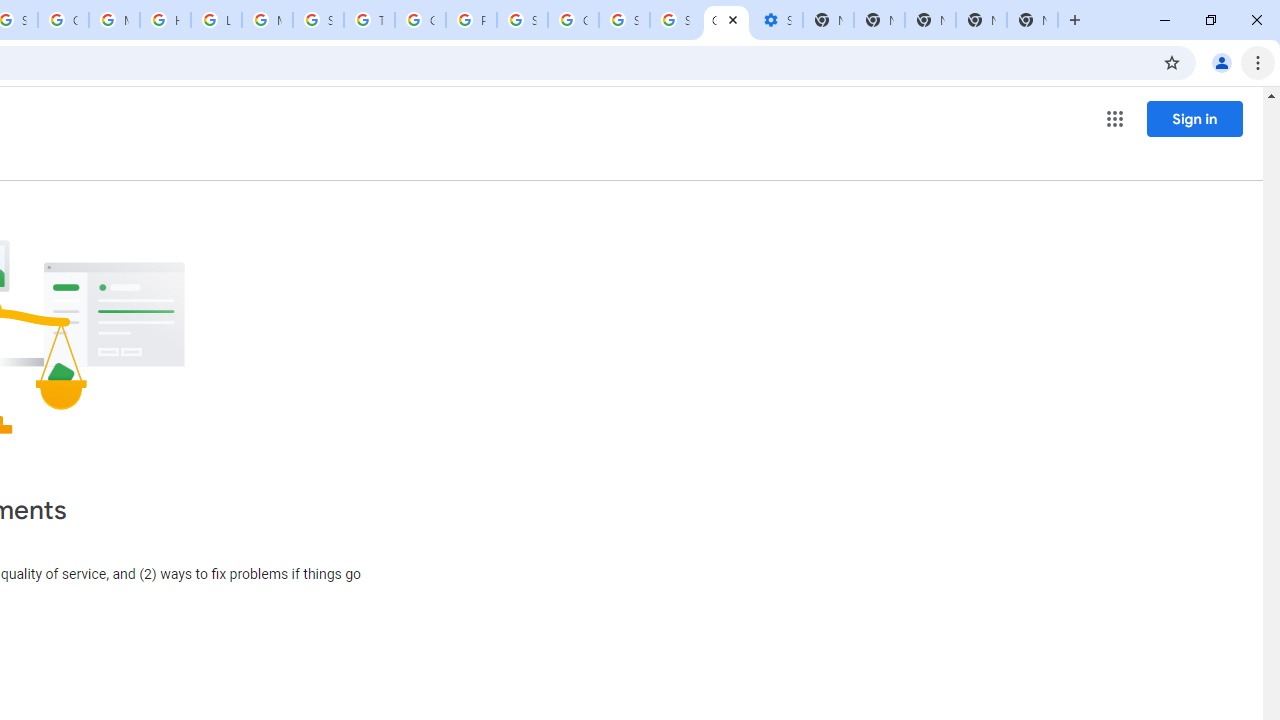 The image size is (1280, 720). I want to click on 'New Tab', so click(1032, 20).